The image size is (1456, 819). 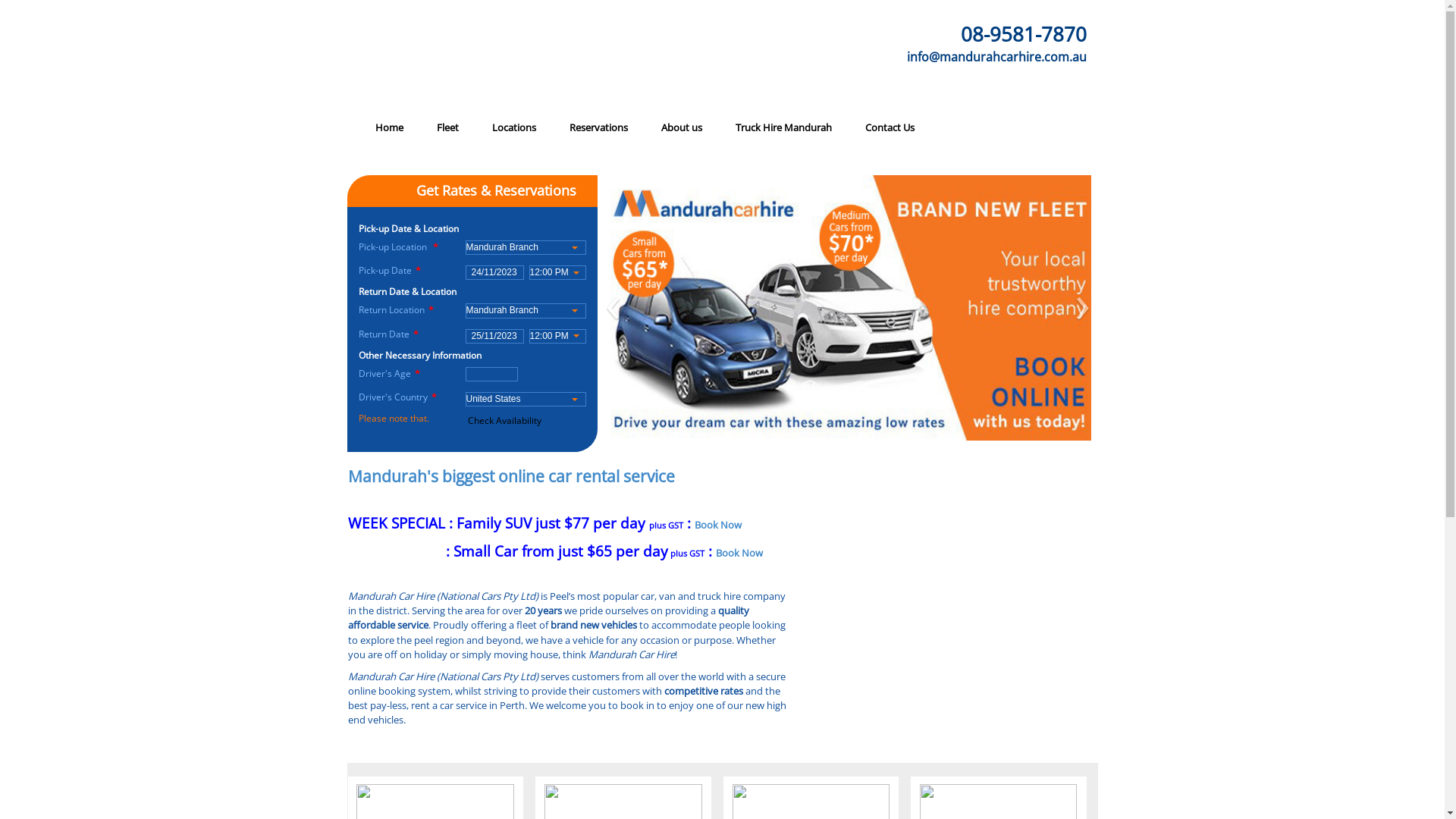 I want to click on 'Contact Us', so click(x=889, y=127).